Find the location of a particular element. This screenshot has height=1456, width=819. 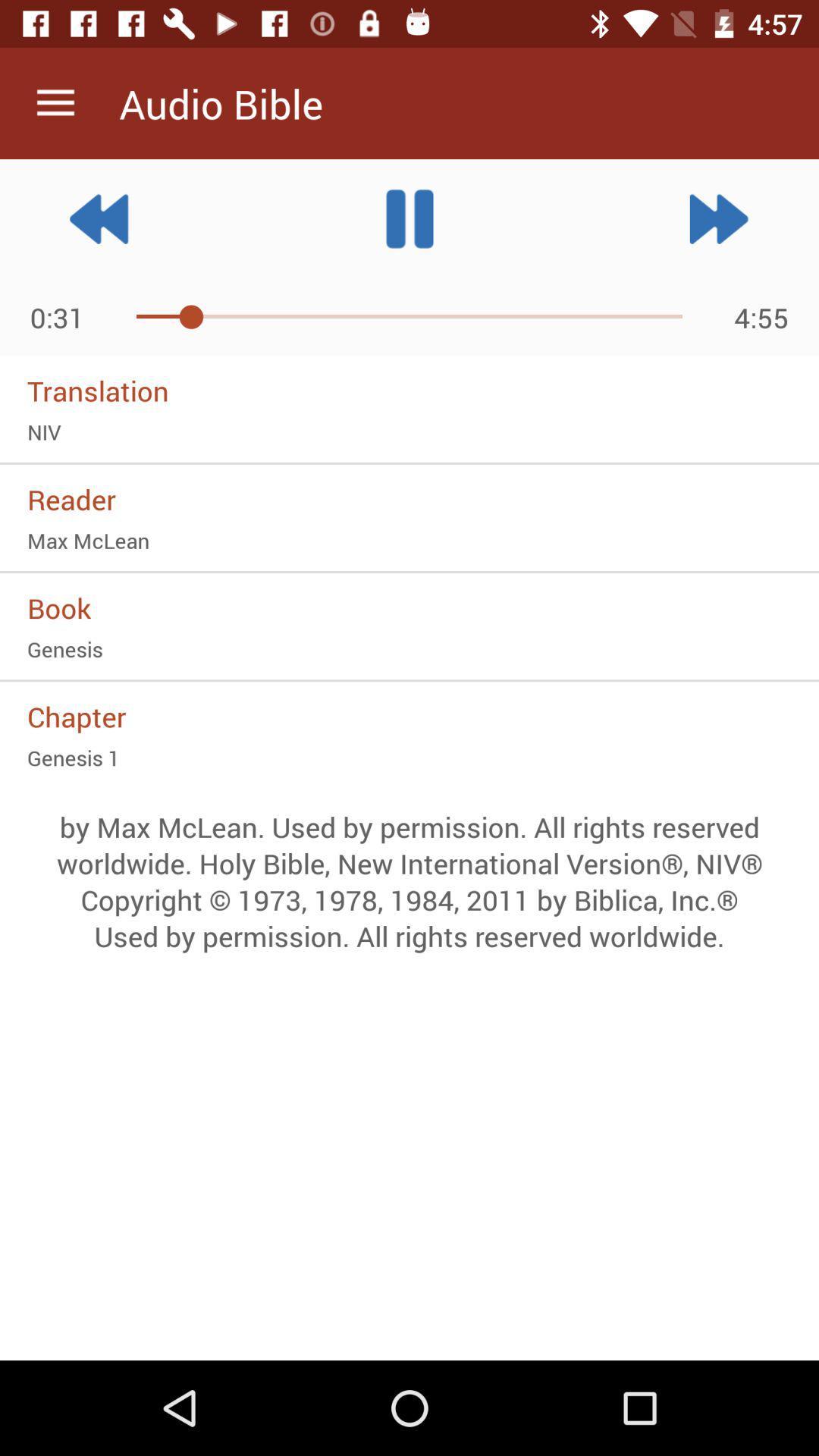

the app to the left of audio bible item is located at coordinates (55, 102).